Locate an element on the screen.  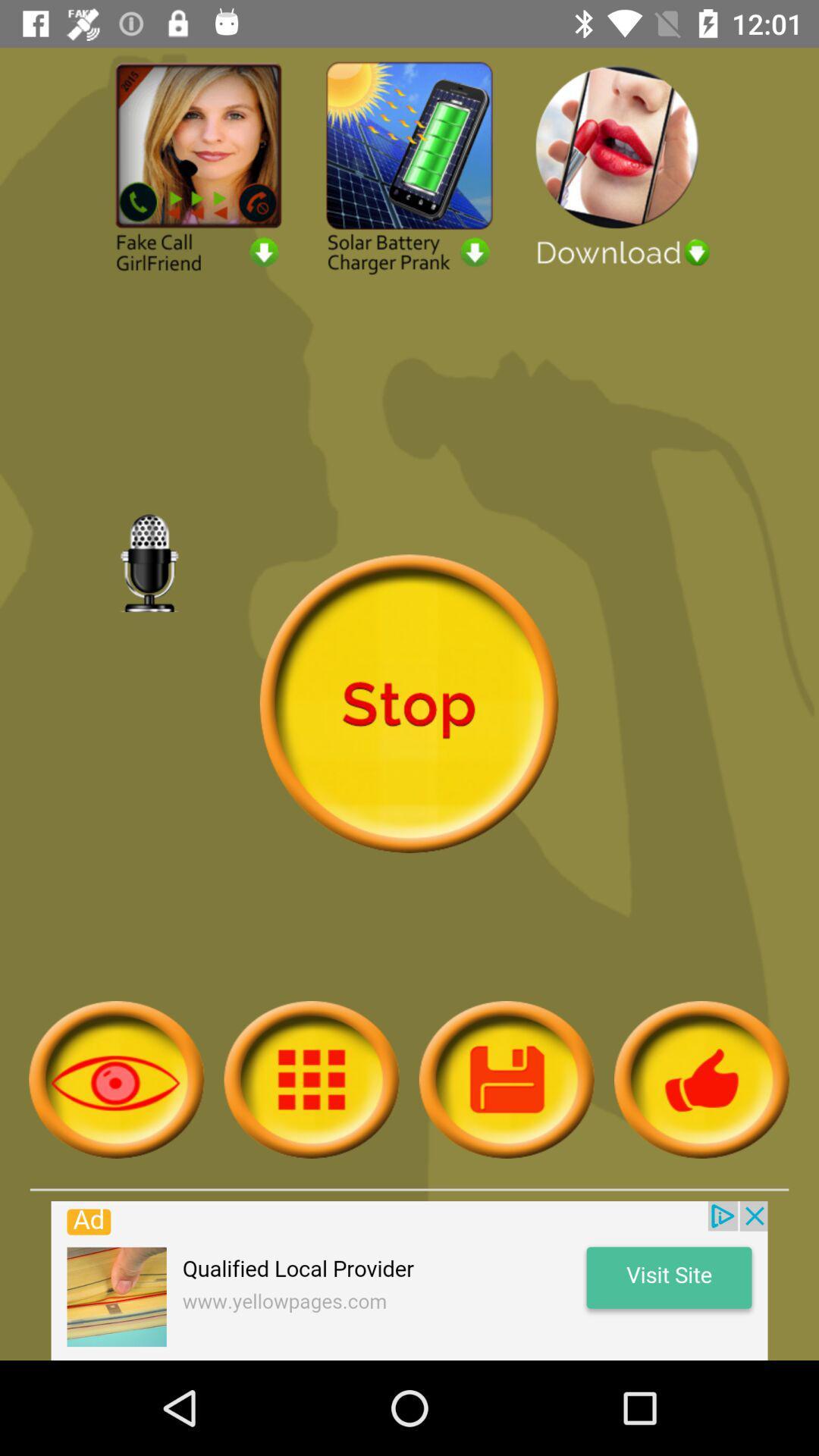
access menu is located at coordinates (311, 1078).